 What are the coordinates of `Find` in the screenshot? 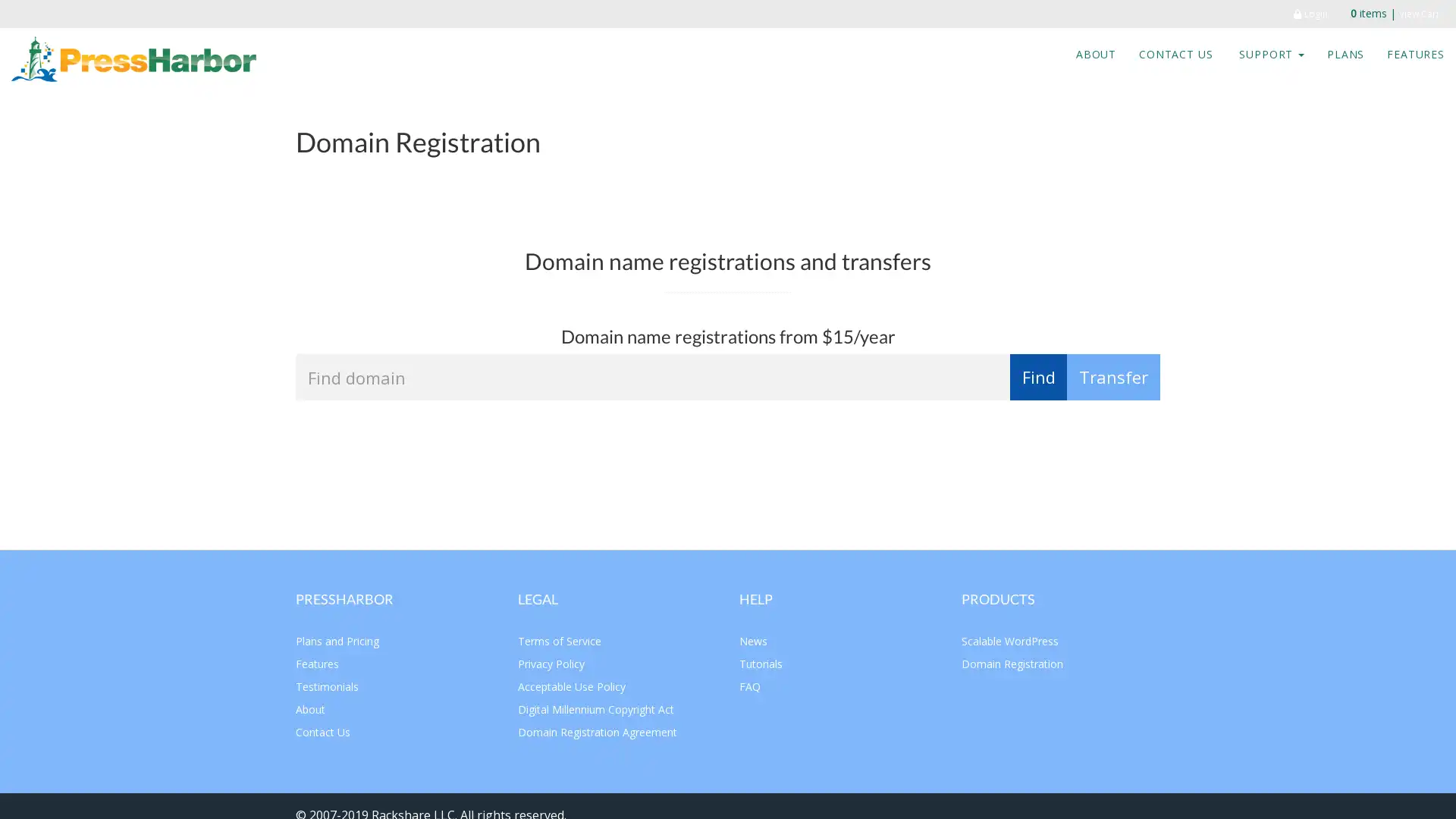 It's located at (1037, 376).